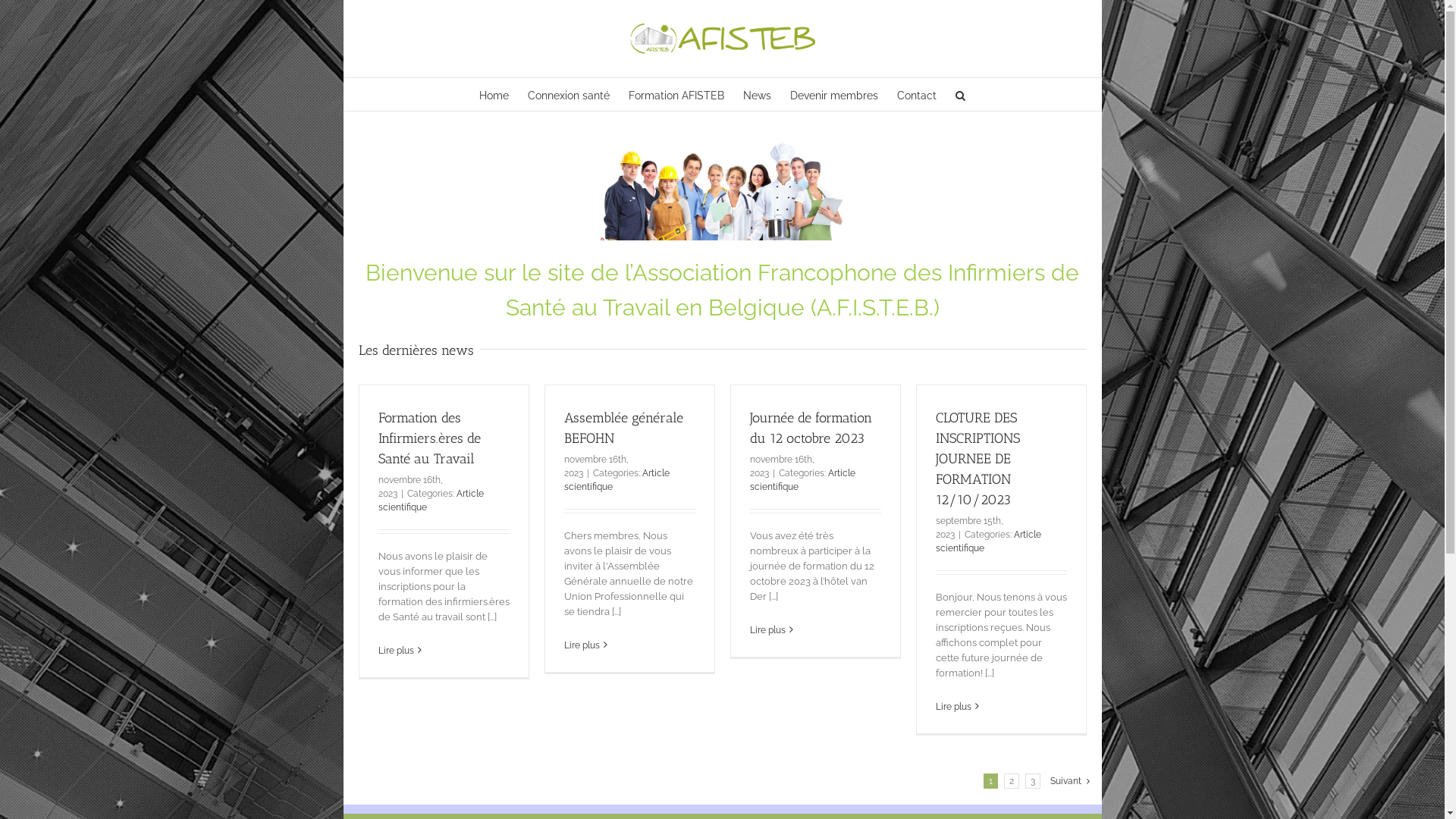 This screenshot has height=819, width=1456. What do you see at coordinates (833, 94) in the screenshot?
I see `'Devenir membres'` at bounding box center [833, 94].